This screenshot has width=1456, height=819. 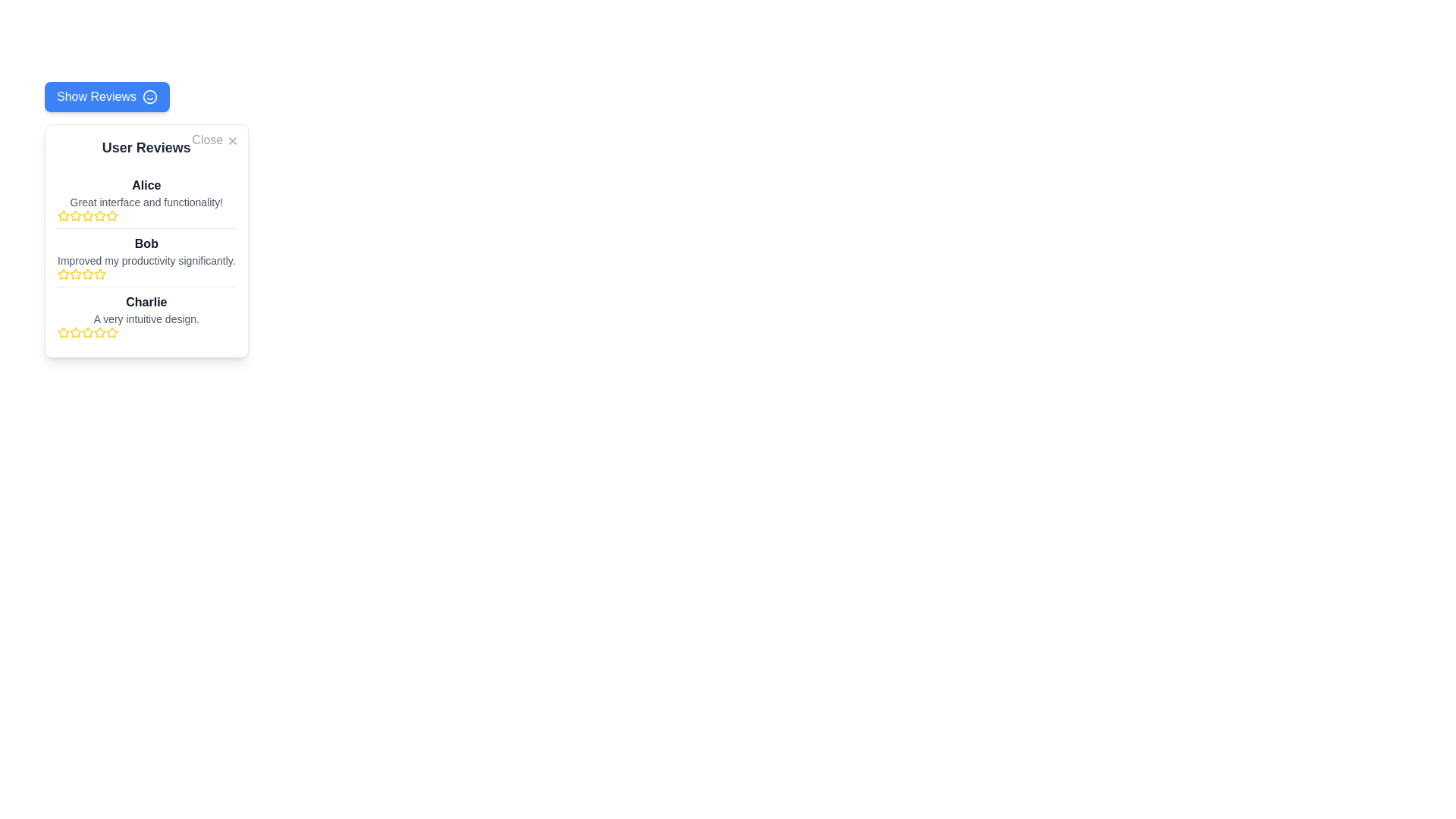 What do you see at coordinates (99, 332) in the screenshot?
I see `the last star icon in the 5-star rating system to rate 'Charlie'` at bounding box center [99, 332].